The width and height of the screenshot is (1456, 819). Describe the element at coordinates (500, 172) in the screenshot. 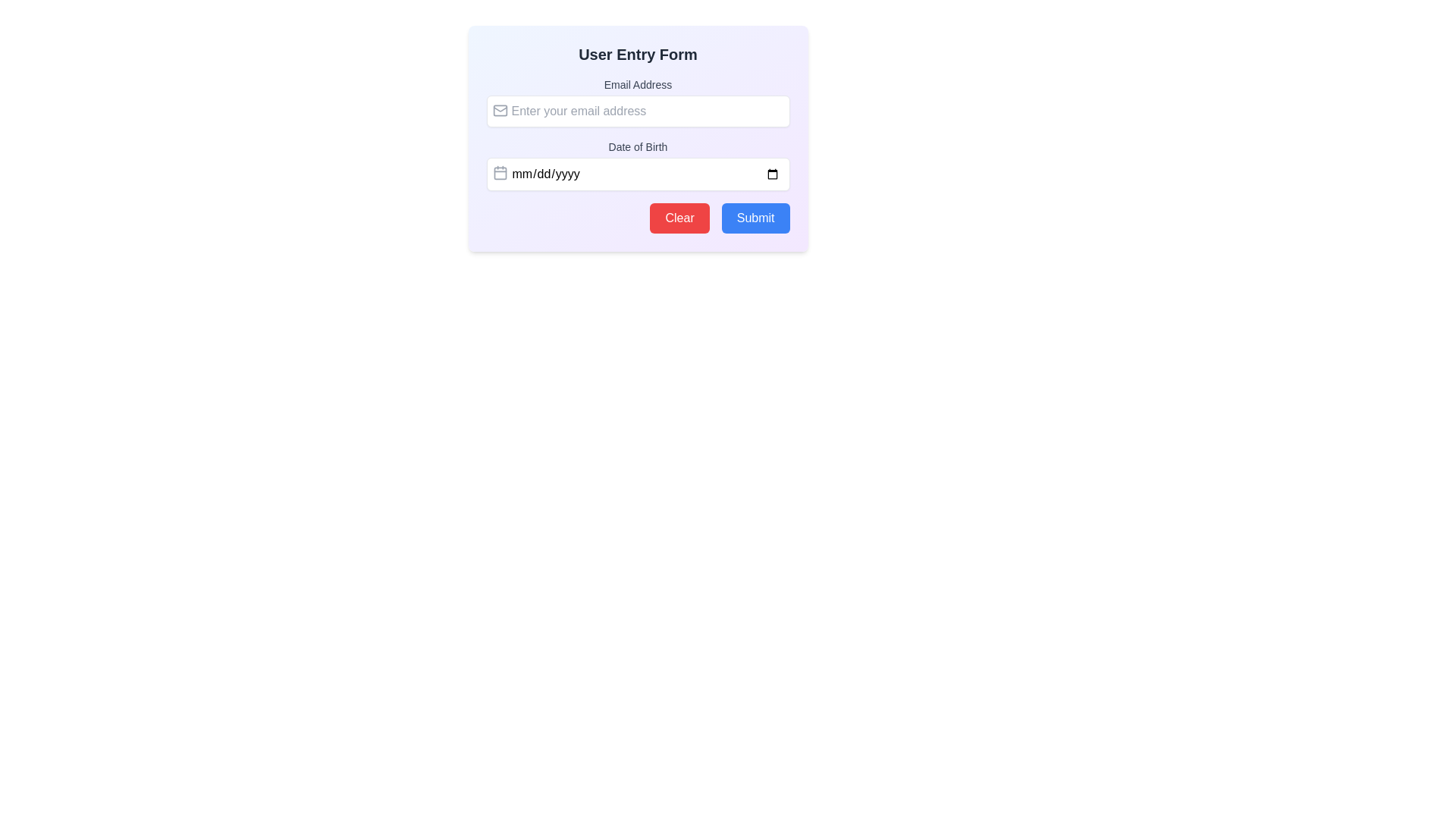

I see `the visual appearance of the calendar icon component located to the left of the 'Date of Birth' text input field` at that location.